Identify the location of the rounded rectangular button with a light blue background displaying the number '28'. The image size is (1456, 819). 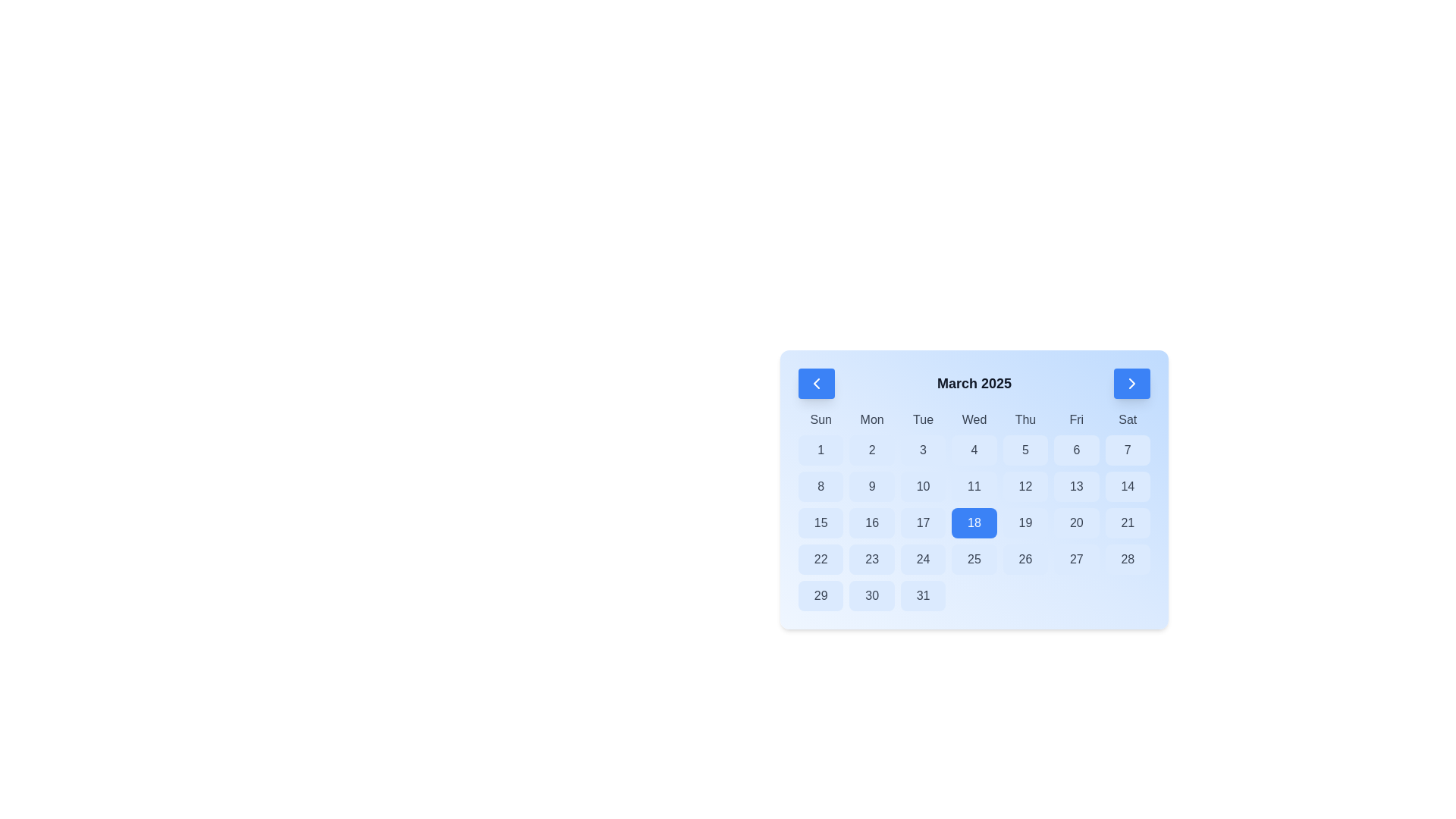
(1128, 559).